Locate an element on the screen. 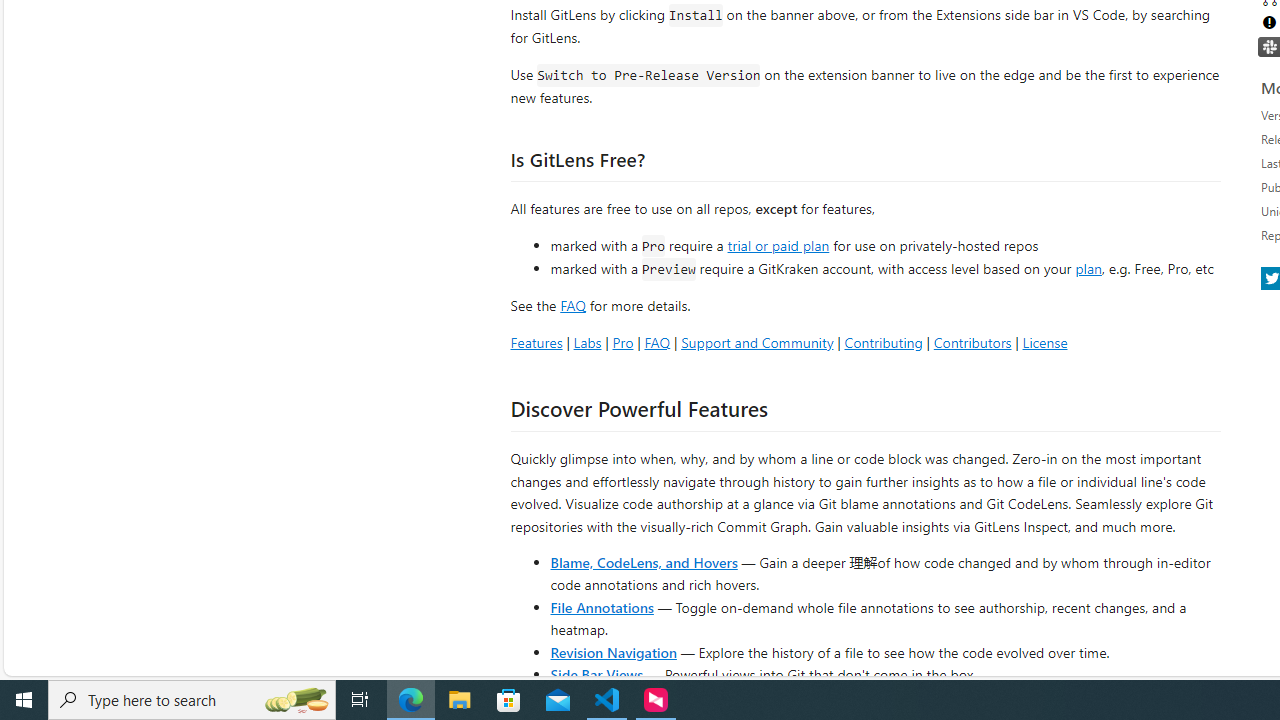 The height and width of the screenshot is (720, 1280). 'Support and Community' is located at coordinates (756, 341).